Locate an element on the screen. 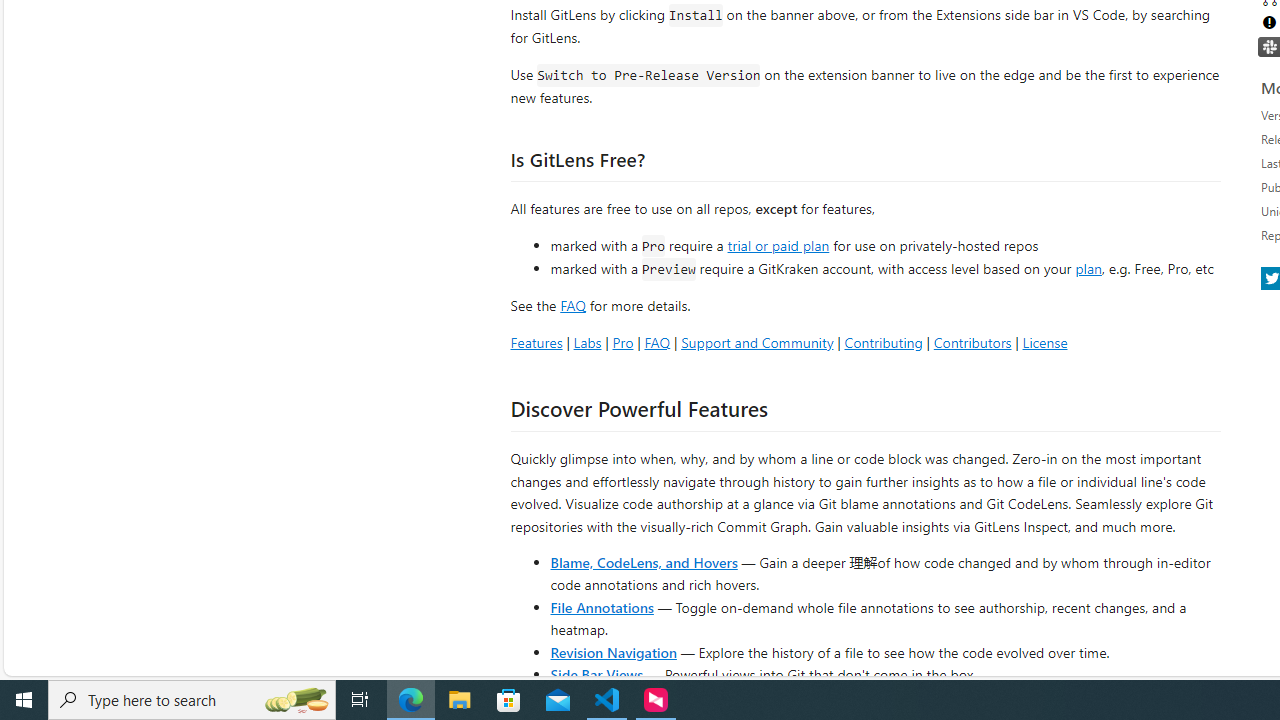 The height and width of the screenshot is (720, 1280). 'Support and Community' is located at coordinates (756, 341).